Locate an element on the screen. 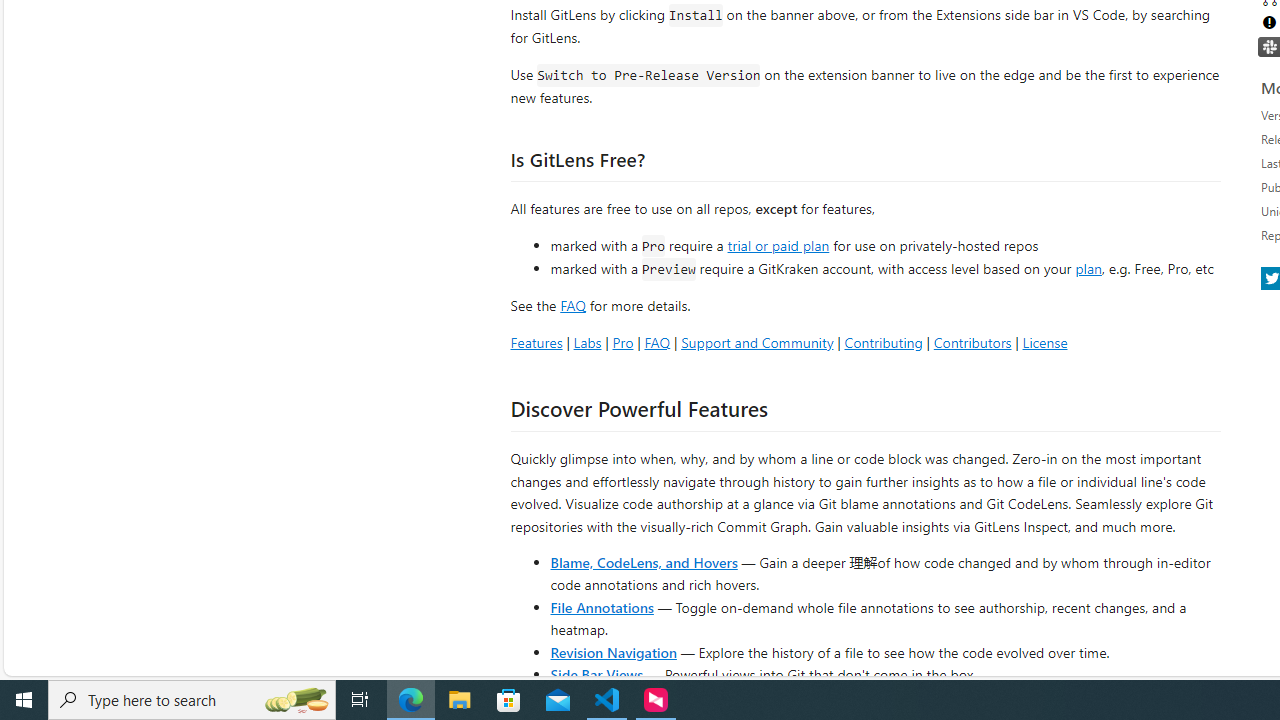 The height and width of the screenshot is (720, 1280). 'Support and Community' is located at coordinates (756, 341).